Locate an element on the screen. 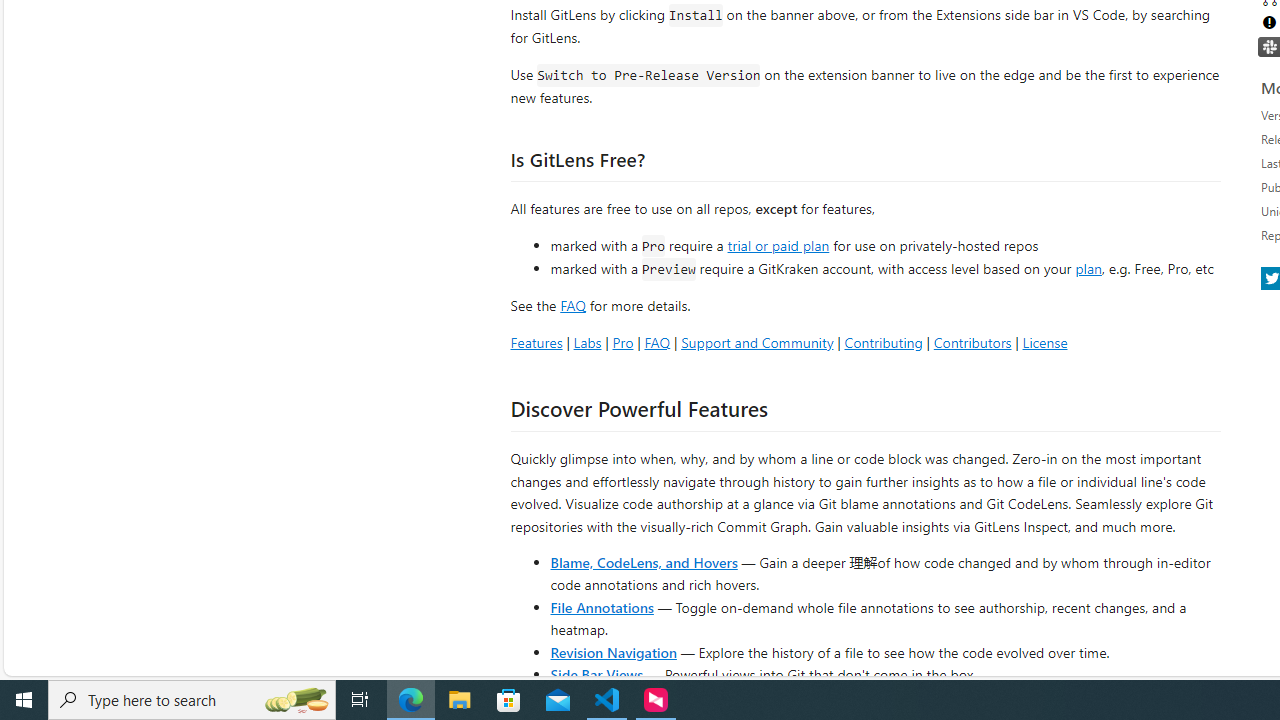 The height and width of the screenshot is (720, 1280). 'Support and Community' is located at coordinates (756, 341).